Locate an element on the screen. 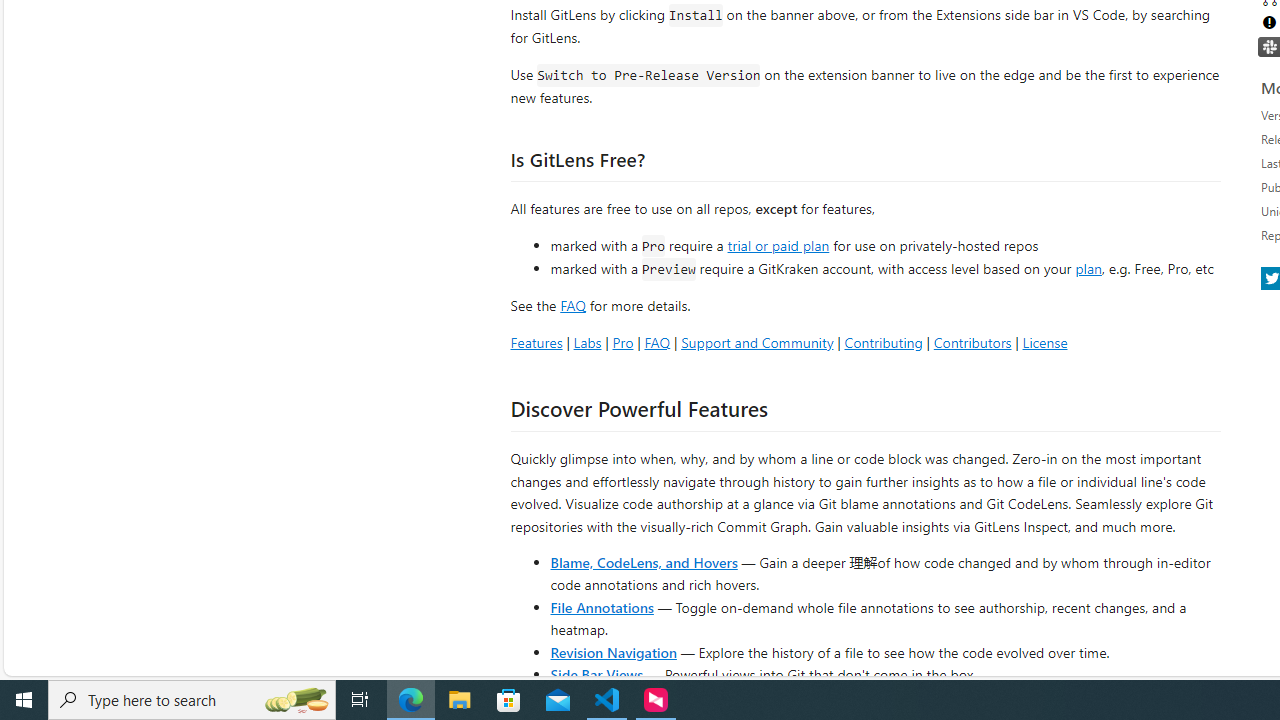 The height and width of the screenshot is (720, 1280). 'Support and Community' is located at coordinates (756, 341).